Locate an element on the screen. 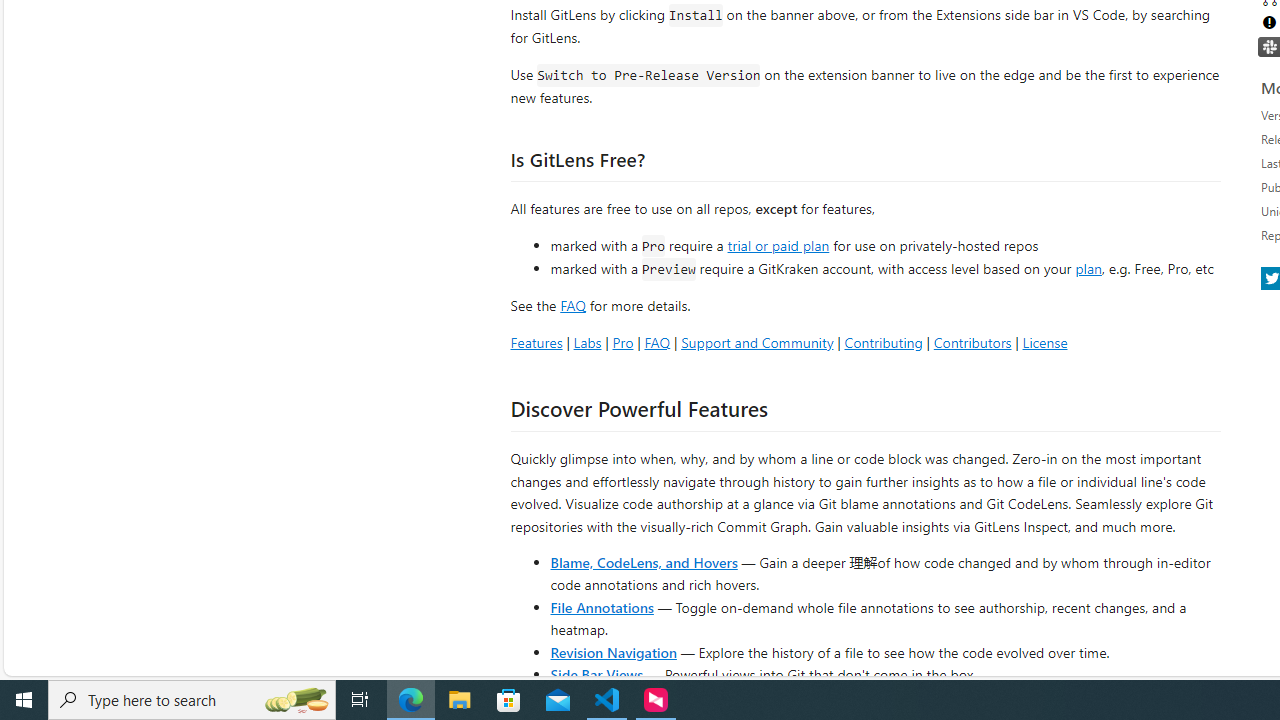 The height and width of the screenshot is (720, 1280). 'Support and Community' is located at coordinates (756, 341).